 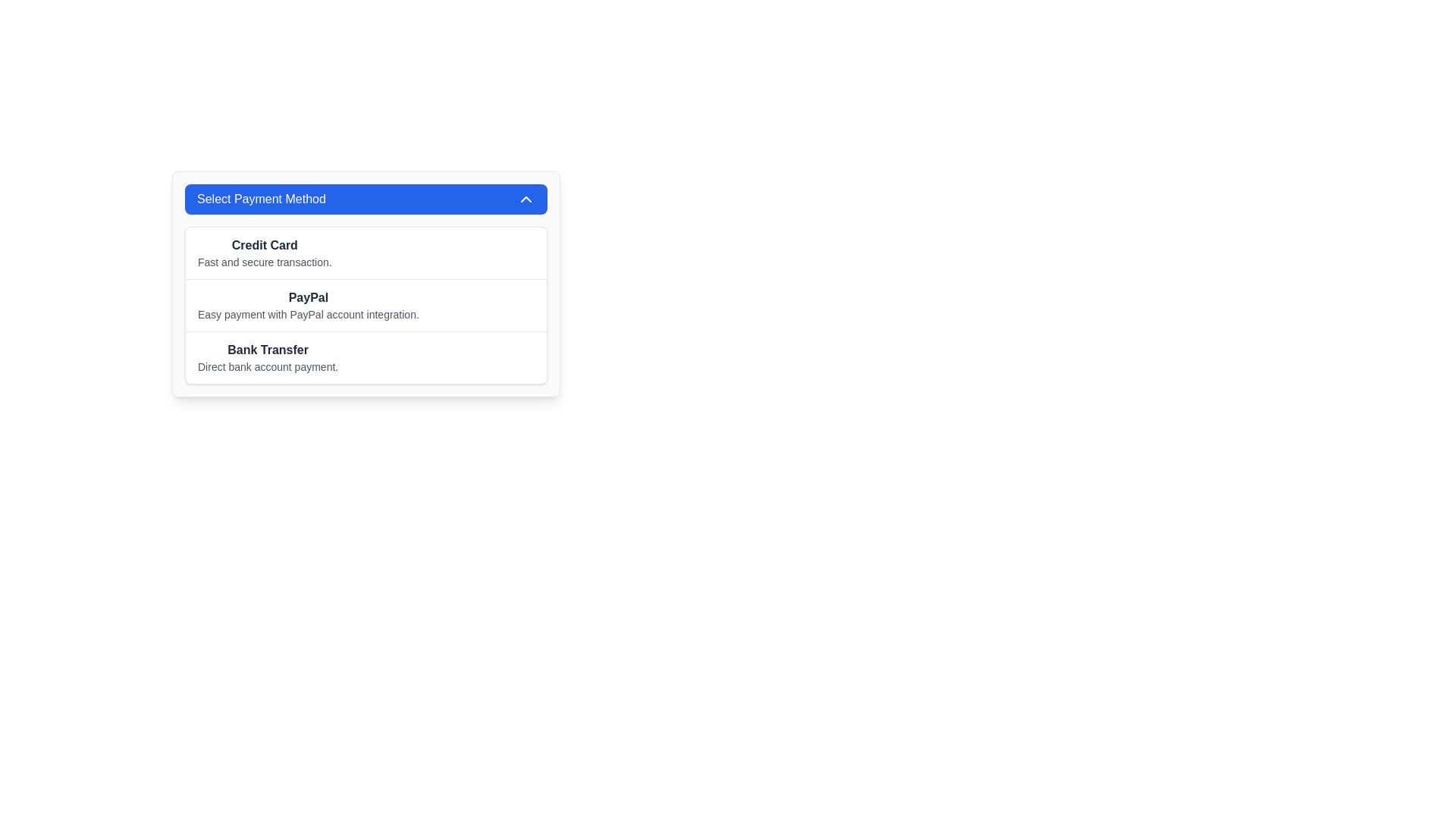 What do you see at coordinates (268, 357) in the screenshot?
I see `the 'Bank Transfer' payment option in the list of payment methods located under 'Select Payment Method'` at bounding box center [268, 357].